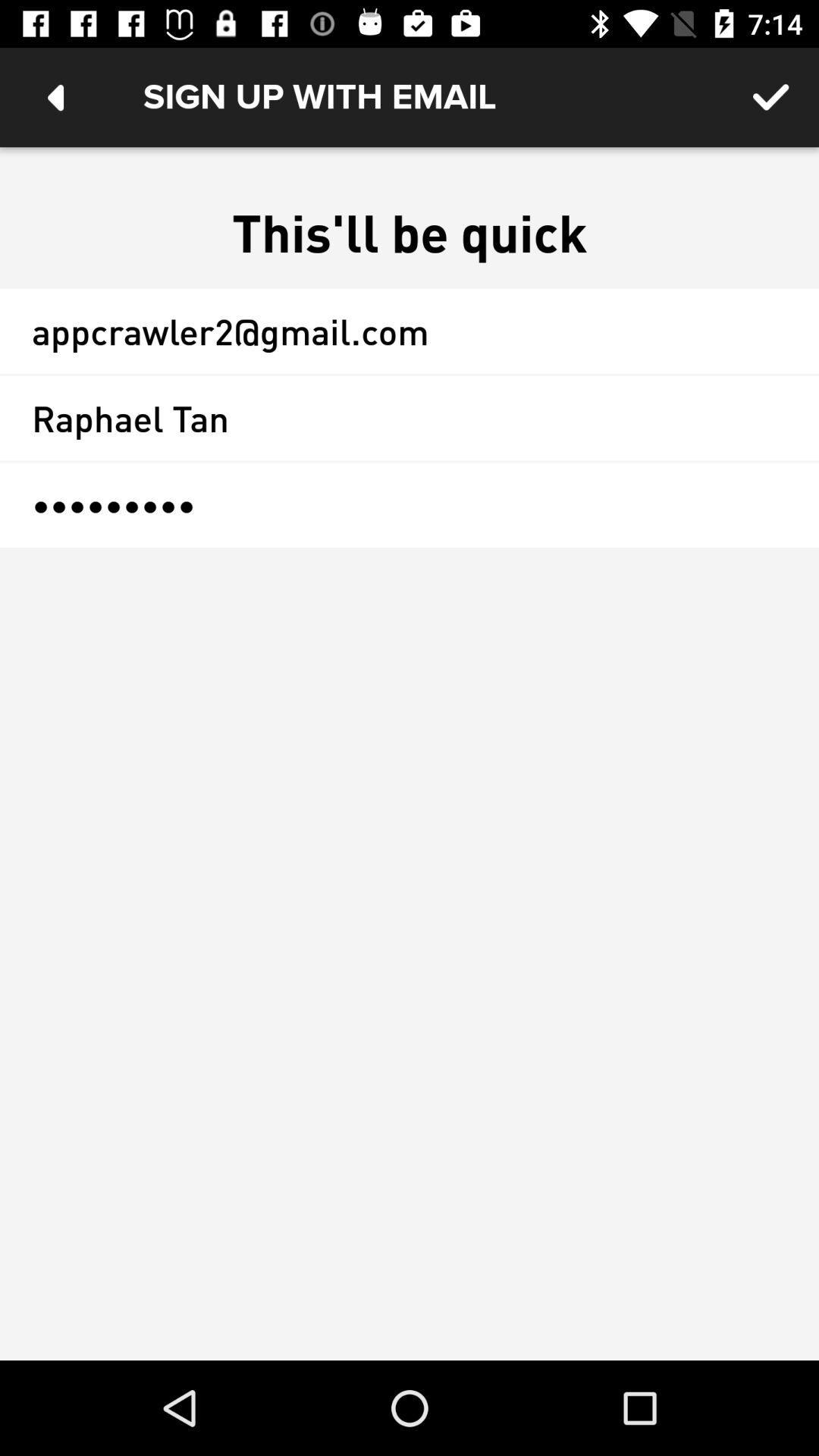  What do you see at coordinates (409, 330) in the screenshot?
I see `appcrawler2@gmail.com` at bounding box center [409, 330].